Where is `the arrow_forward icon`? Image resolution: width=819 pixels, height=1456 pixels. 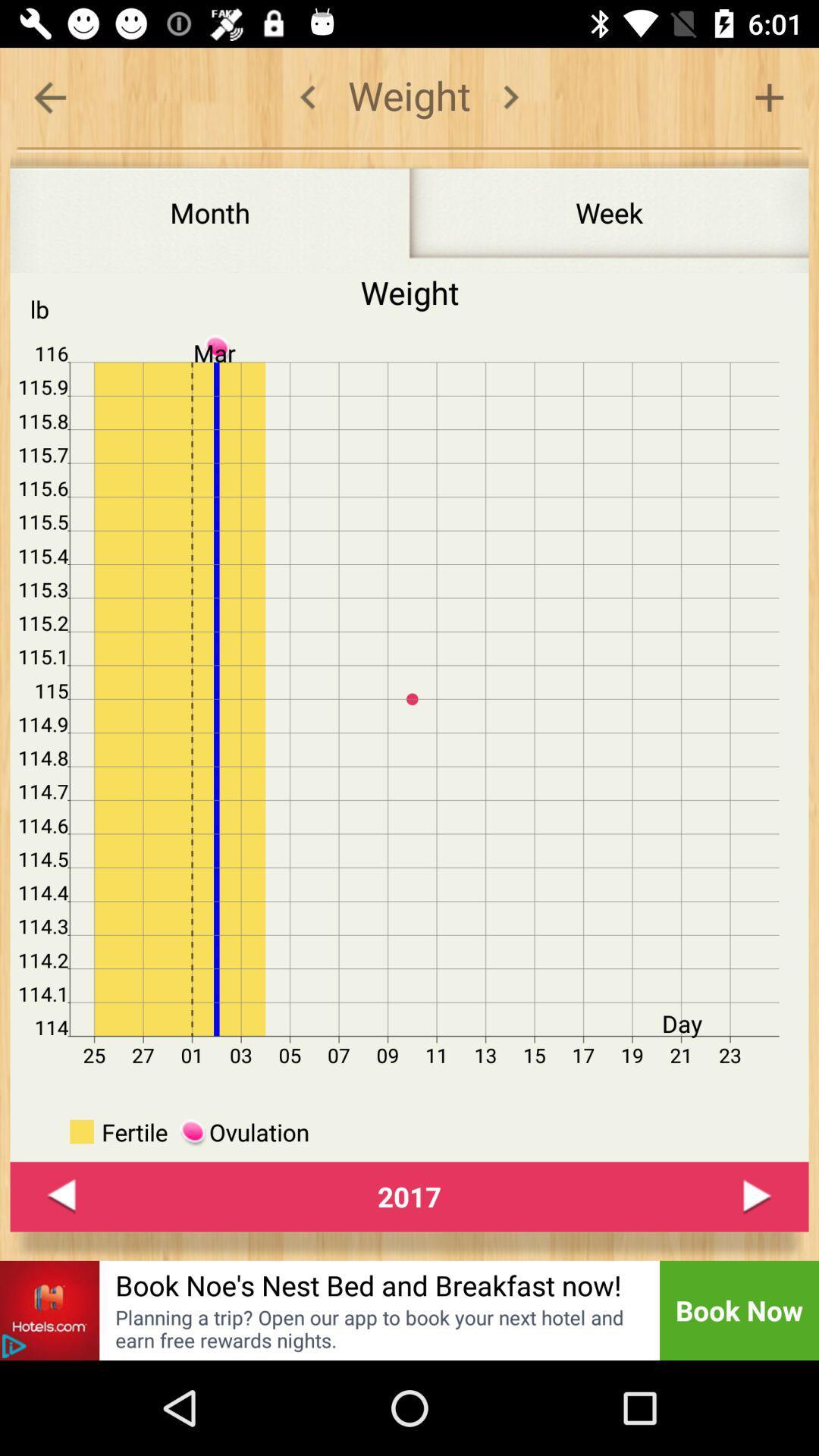
the arrow_forward icon is located at coordinates (510, 96).